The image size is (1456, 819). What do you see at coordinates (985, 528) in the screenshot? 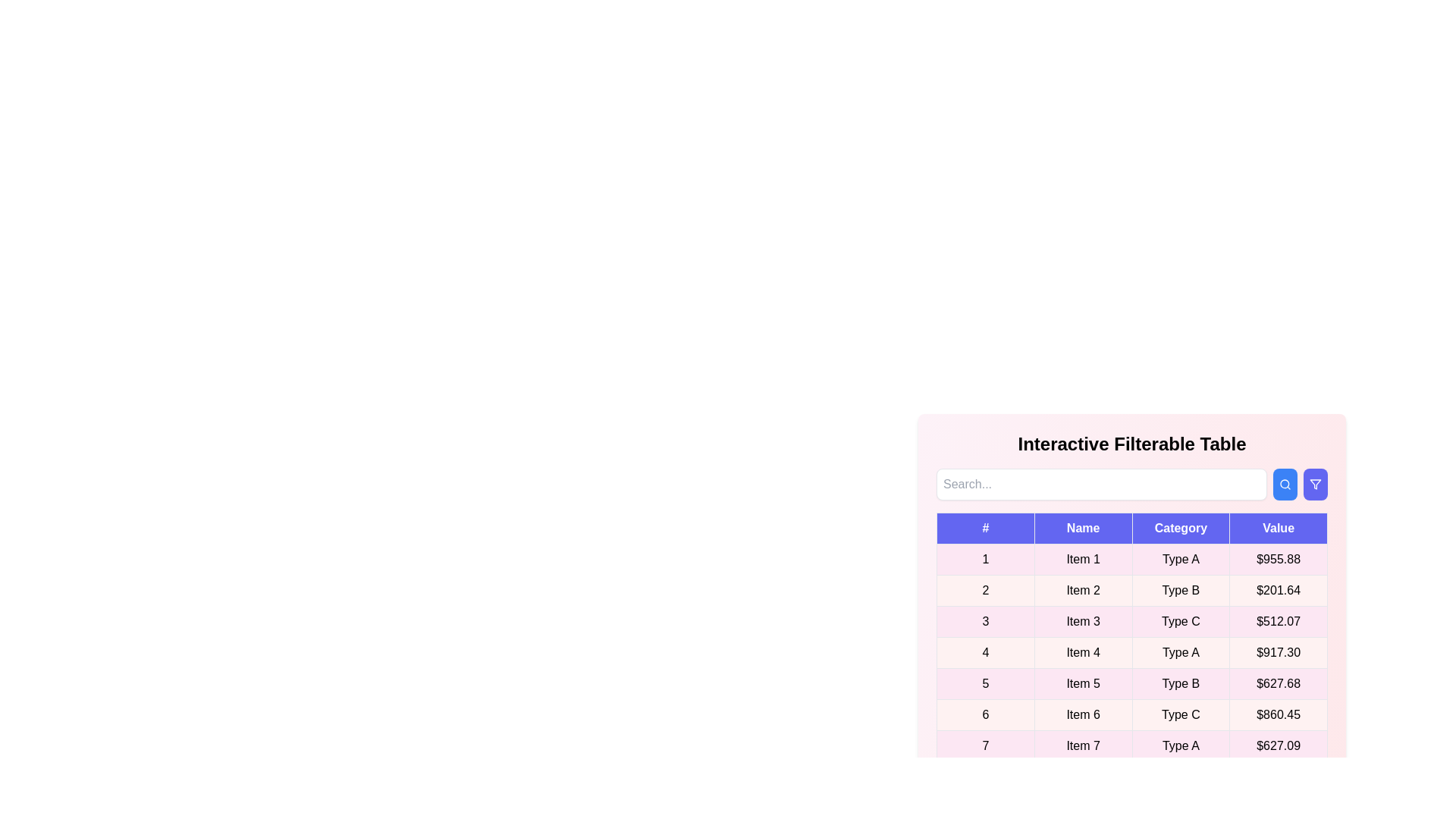
I see `the header of the column to sort it by #` at bounding box center [985, 528].